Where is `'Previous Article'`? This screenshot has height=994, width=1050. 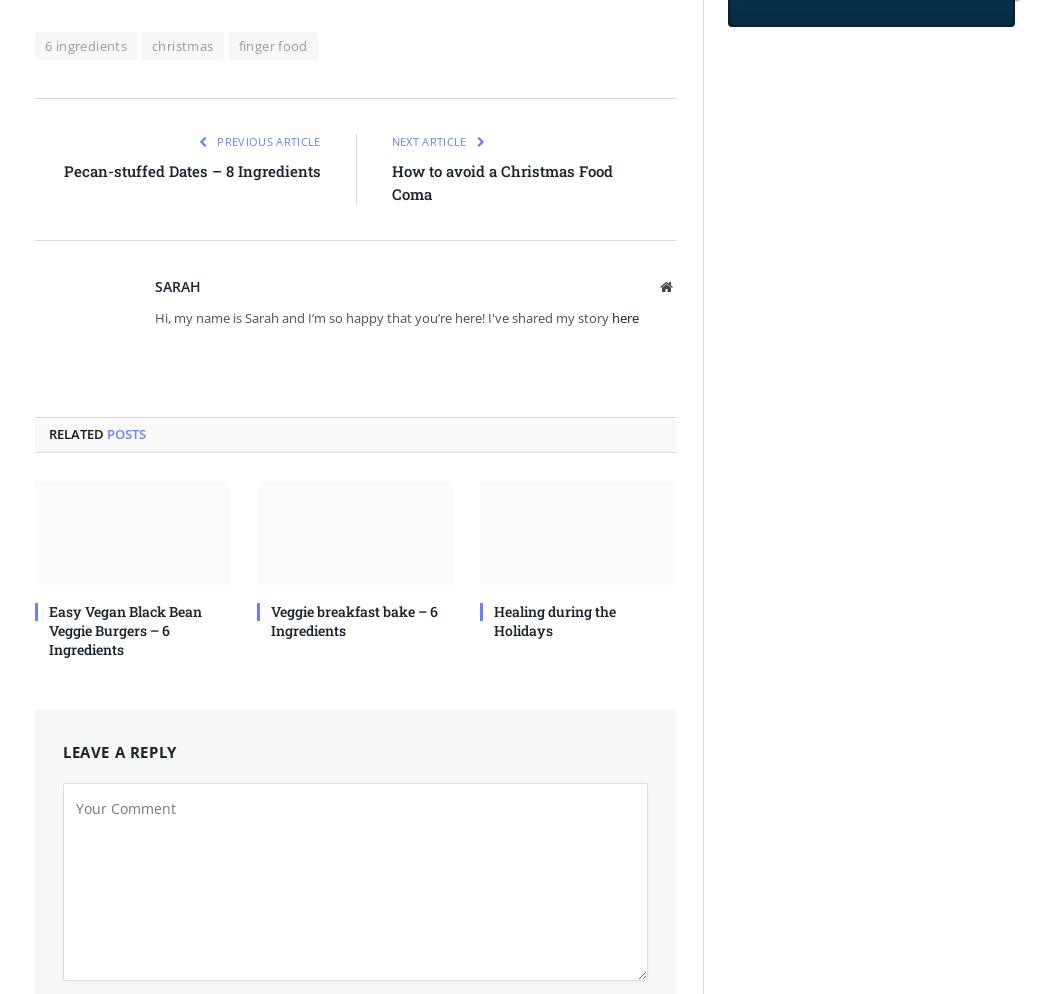 'Previous Article' is located at coordinates (266, 139).